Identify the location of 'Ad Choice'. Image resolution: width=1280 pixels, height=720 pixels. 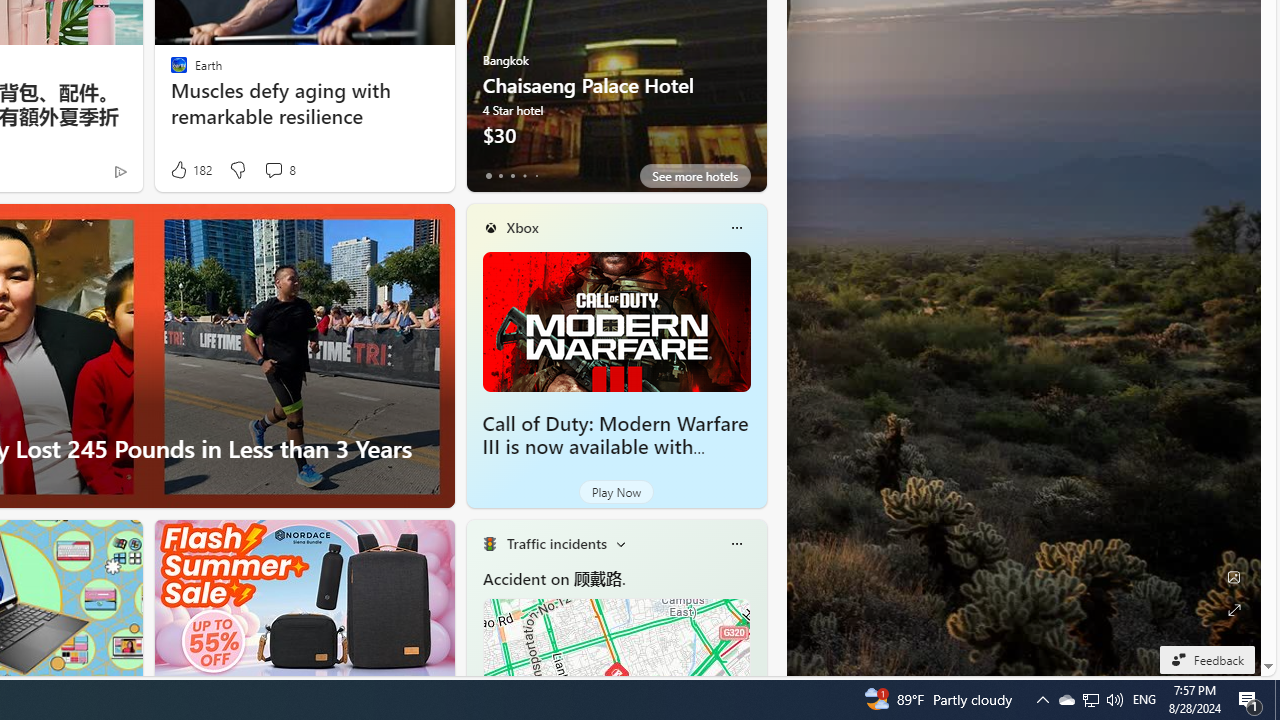
(119, 170).